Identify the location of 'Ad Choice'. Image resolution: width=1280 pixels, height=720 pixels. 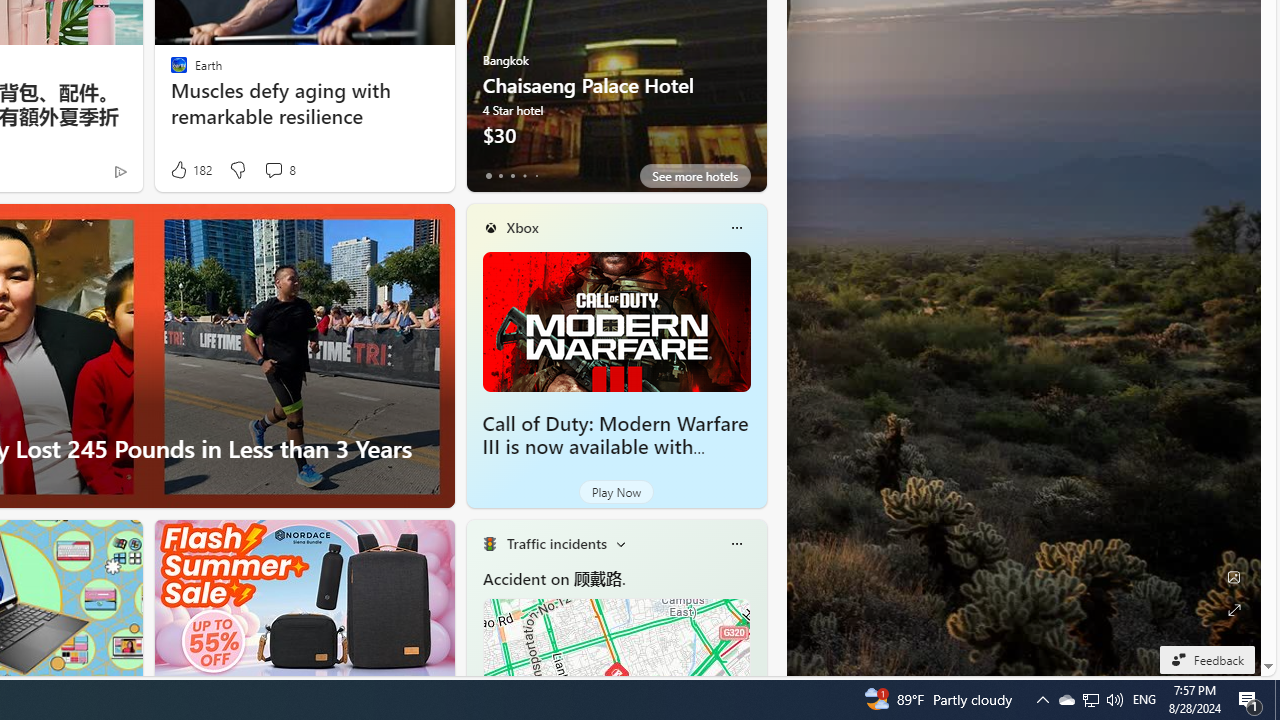
(119, 170).